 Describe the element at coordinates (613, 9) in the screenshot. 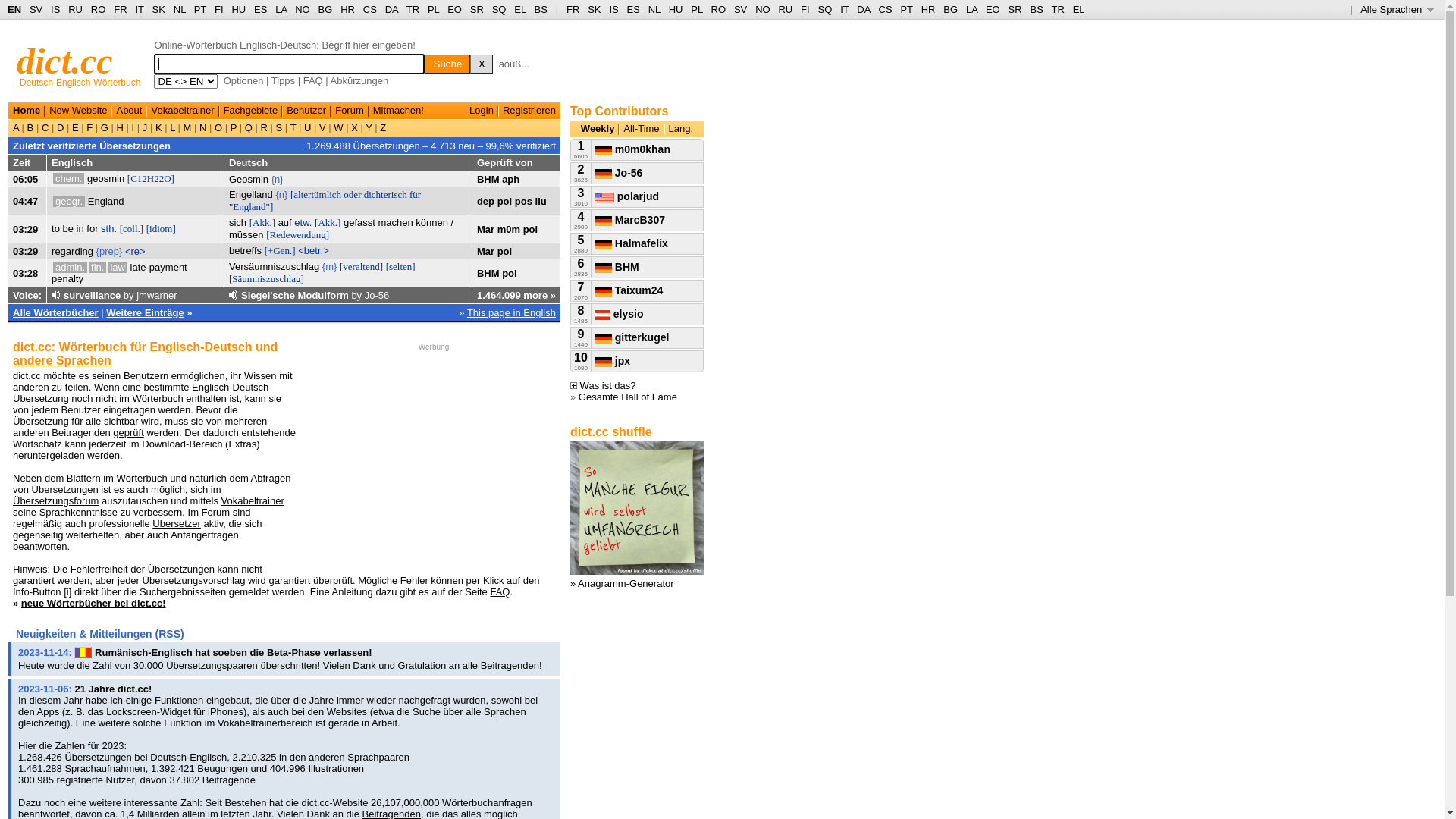

I see `'IS'` at that location.